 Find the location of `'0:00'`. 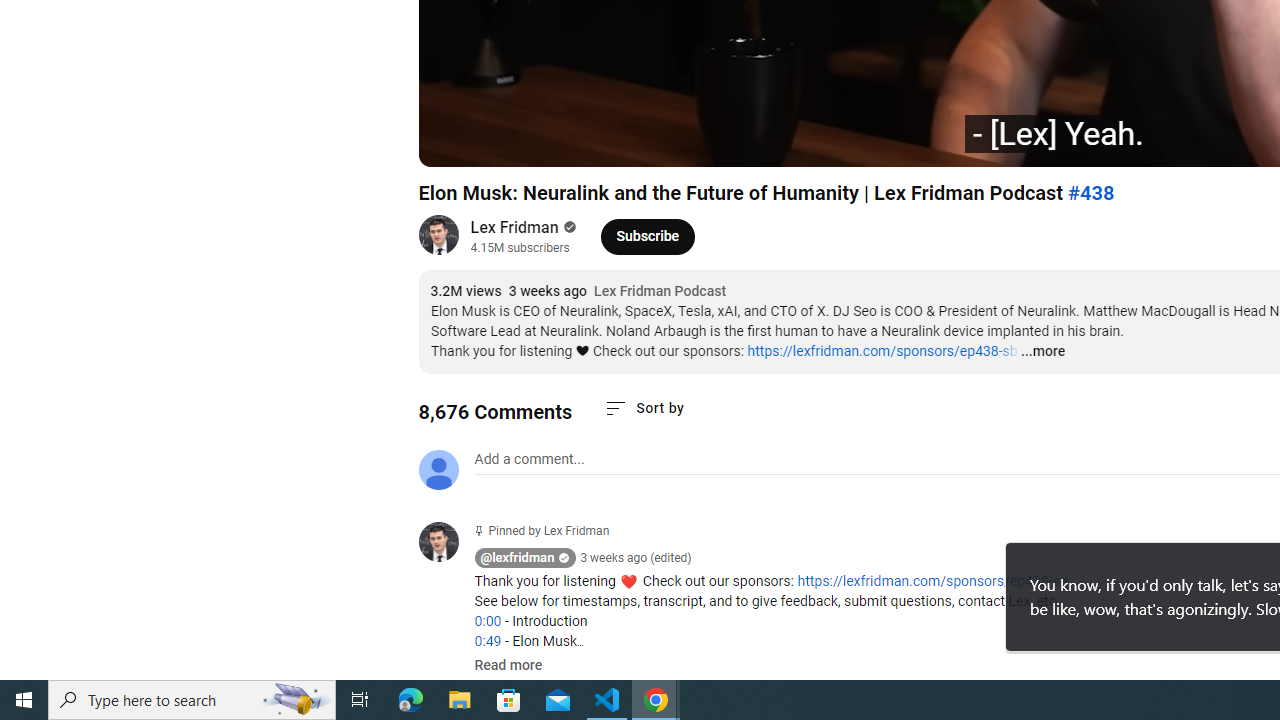

'0:00' is located at coordinates (487, 620).